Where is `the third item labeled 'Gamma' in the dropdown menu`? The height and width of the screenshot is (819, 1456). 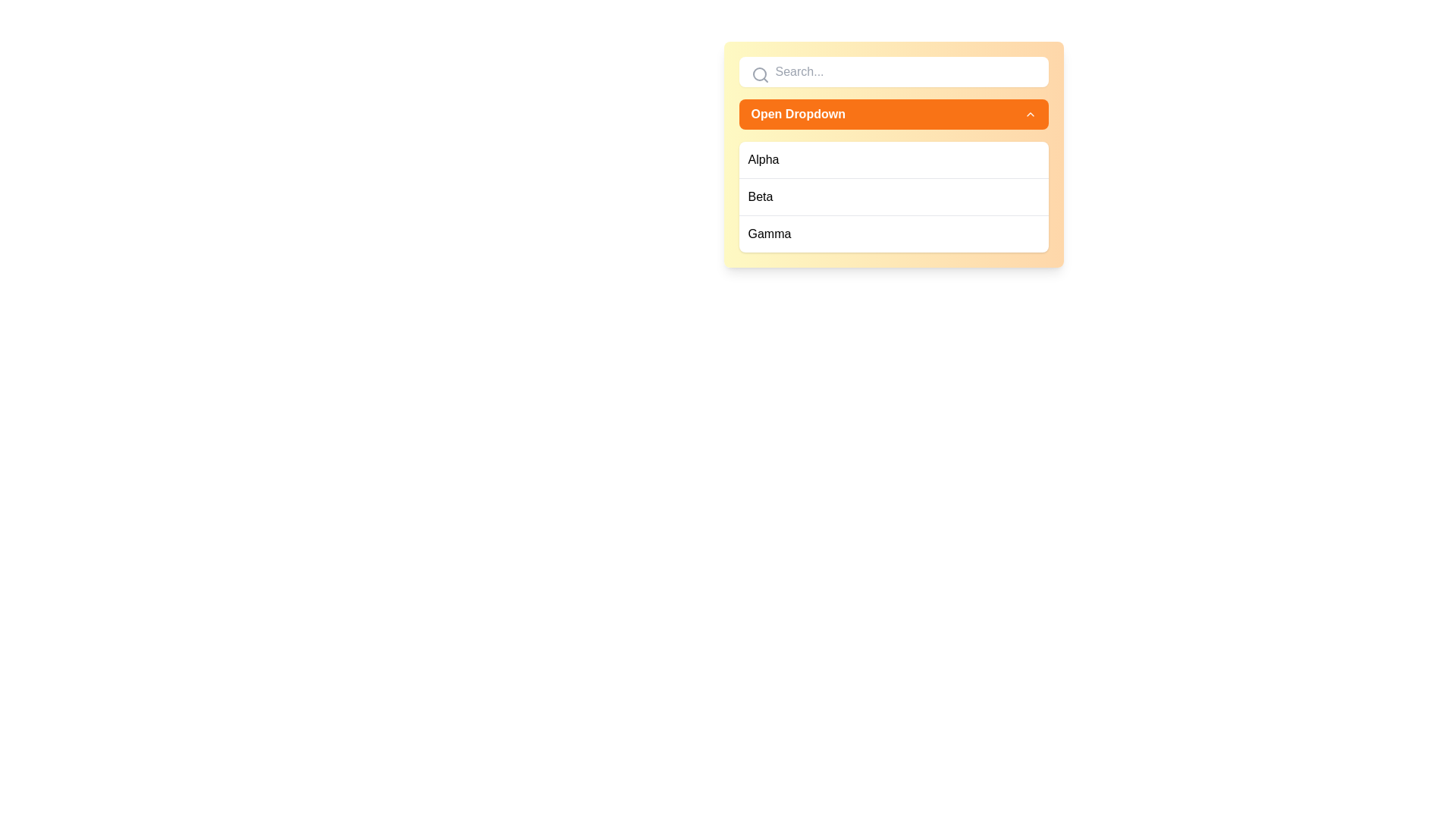
the third item labeled 'Gamma' in the dropdown menu is located at coordinates (893, 234).